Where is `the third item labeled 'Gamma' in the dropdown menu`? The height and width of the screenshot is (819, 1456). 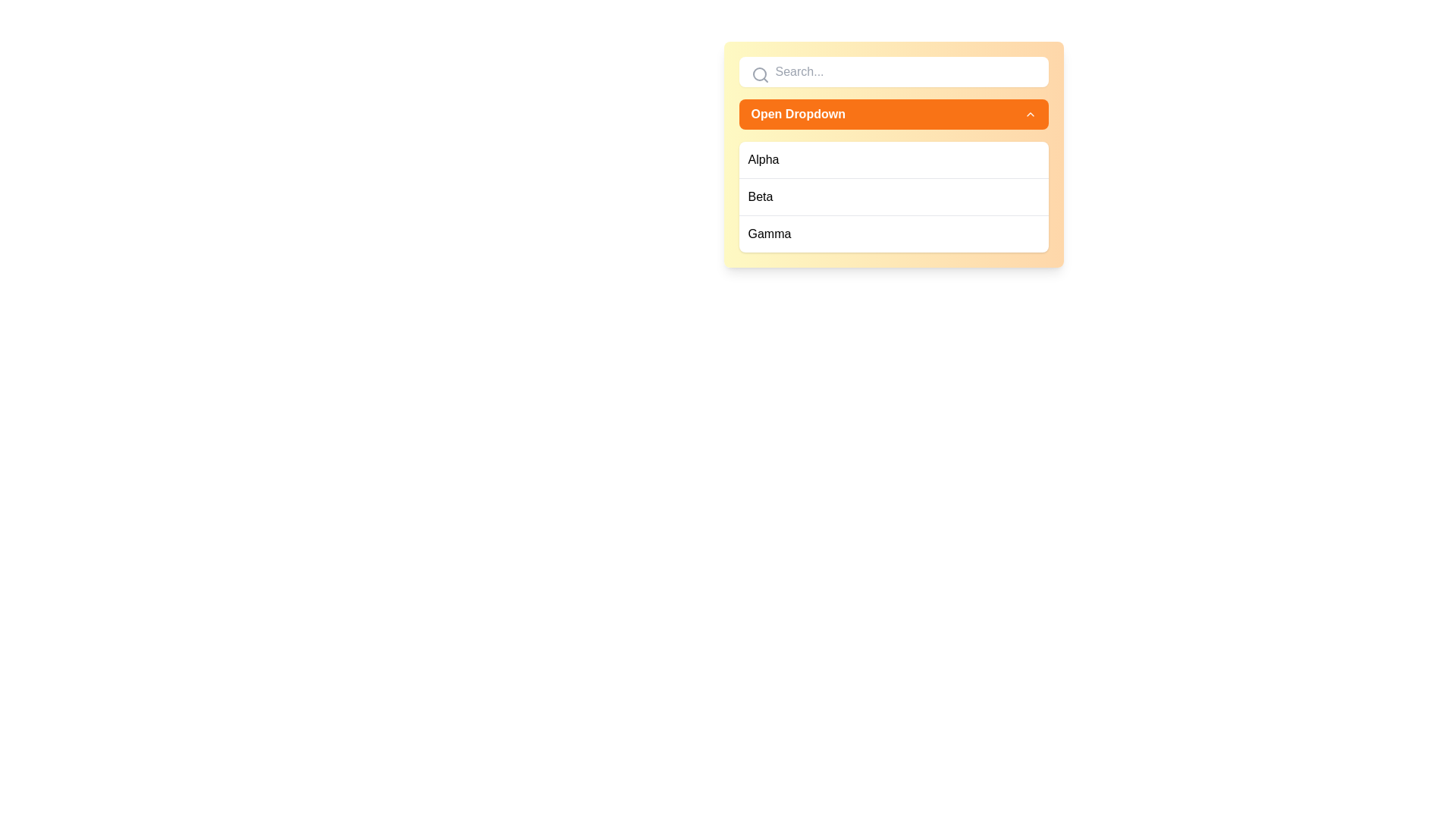
the third item labeled 'Gamma' in the dropdown menu is located at coordinates (893, 234).